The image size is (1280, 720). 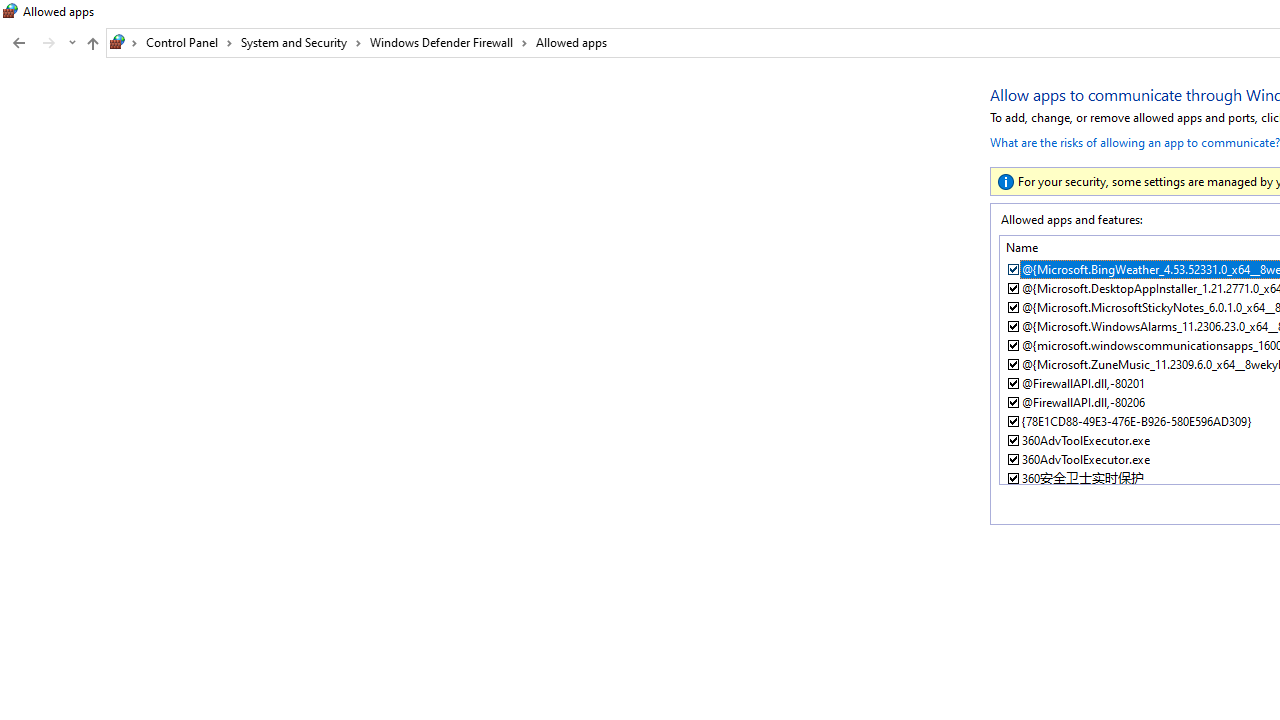 What do you see at coordinates (49, 43) in the screenshot?
I see `'Forward (Alt + Right Arrow)'` at bounding box center [49, 43].